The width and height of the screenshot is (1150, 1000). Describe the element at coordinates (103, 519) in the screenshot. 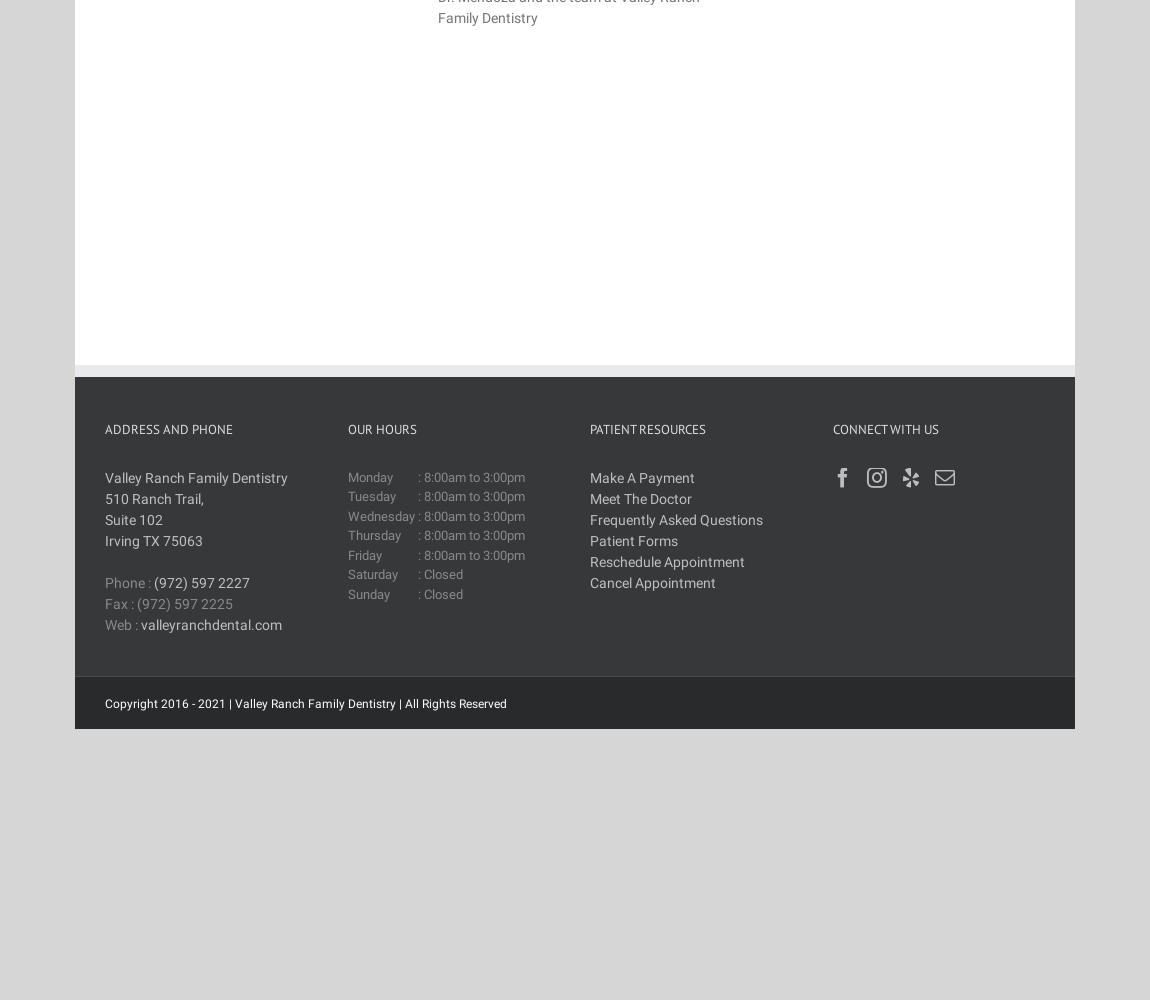

I see `'Suite 102'` at that location.